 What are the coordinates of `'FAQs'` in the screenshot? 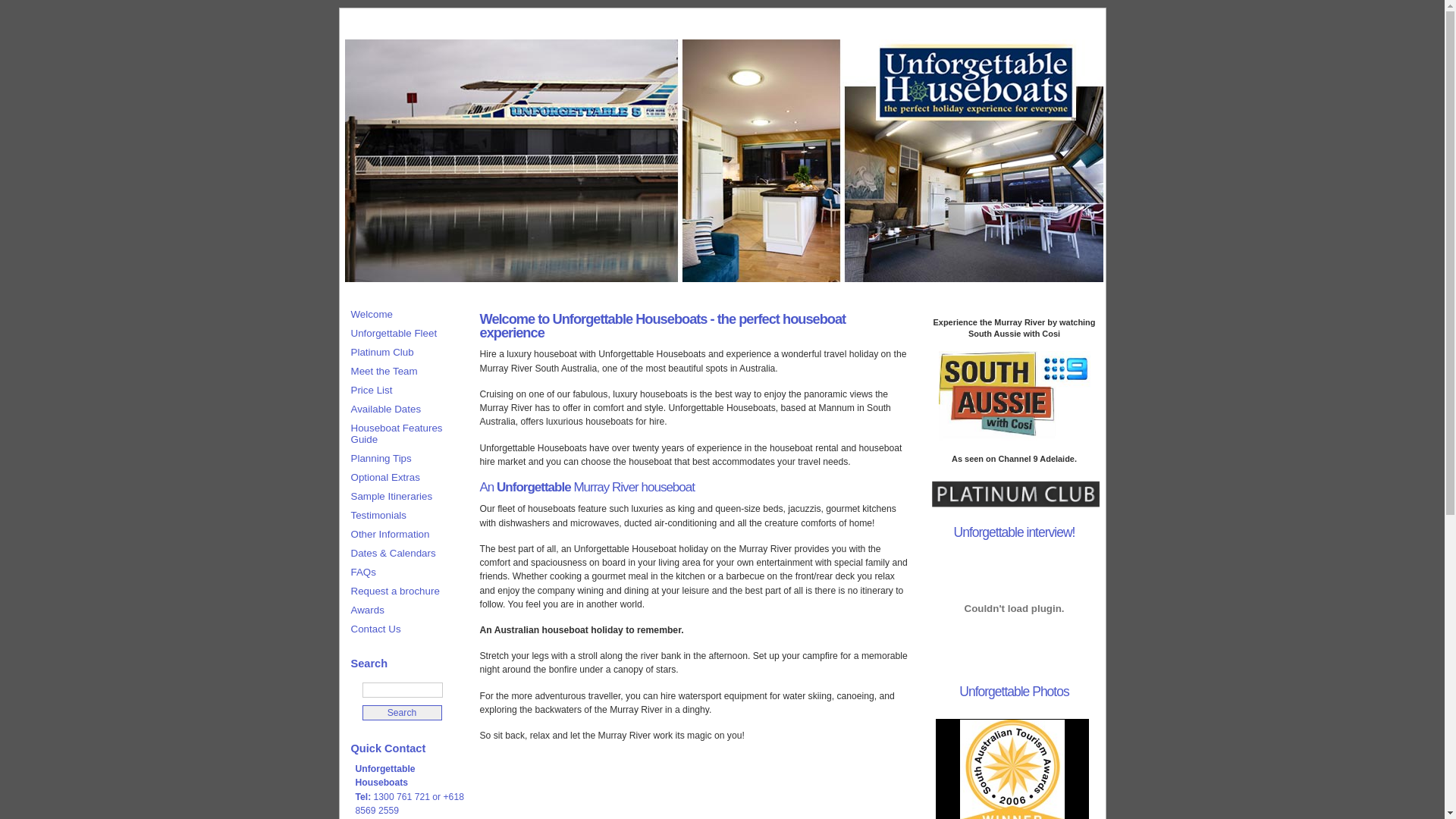 It's located at (405, 572).